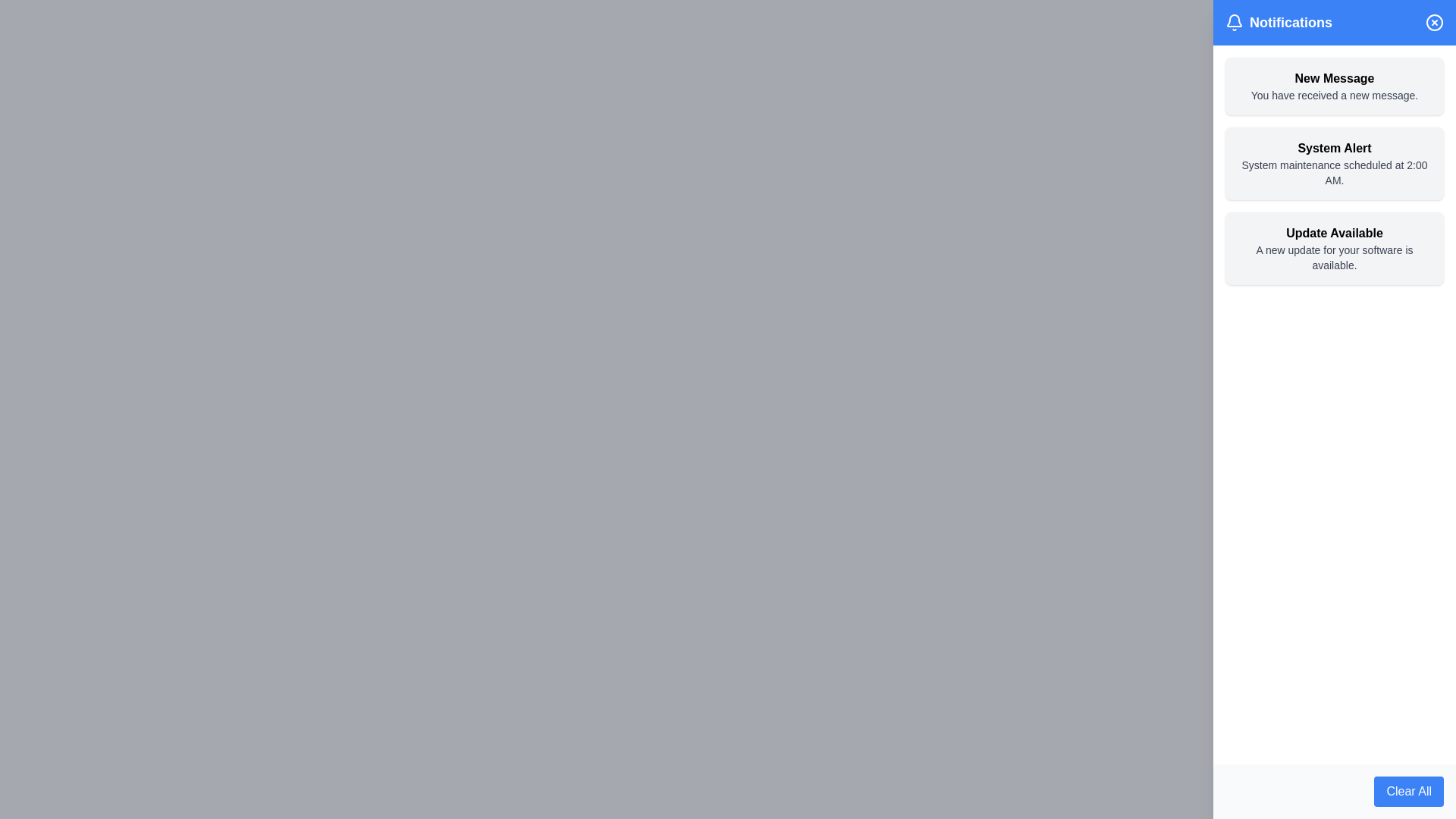 The height and width of the screenshot is (819, 1456). What do you see at coordinates (1234, 23) in the screenshot?
I see `the blue bell icon located to the left of the 'Notifications' text in the header section` at bounding box center [1234, 23].